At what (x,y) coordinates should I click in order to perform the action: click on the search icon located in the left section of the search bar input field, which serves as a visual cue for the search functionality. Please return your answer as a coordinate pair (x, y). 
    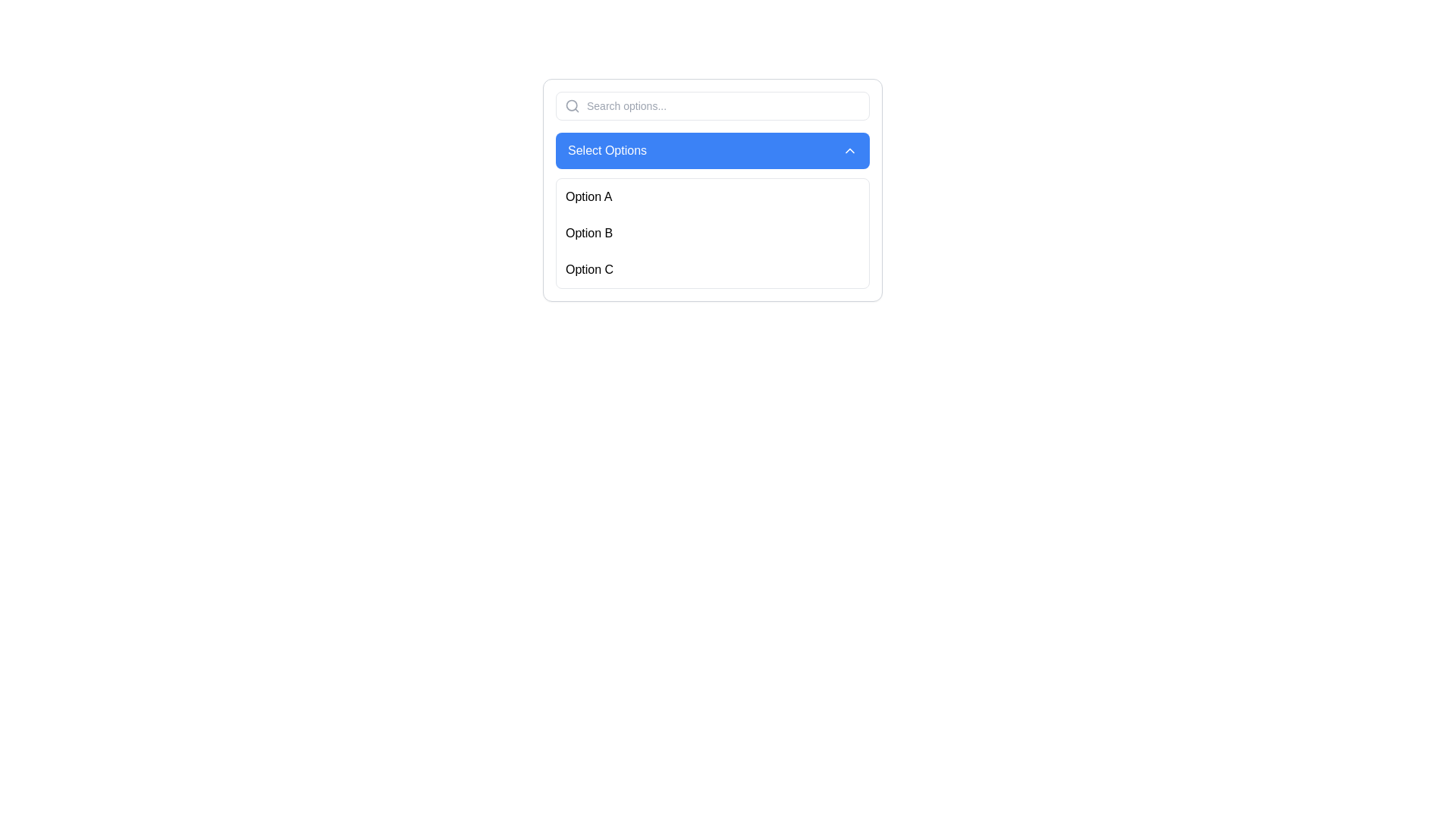
    Looking at the image, I should click on (571, 105).